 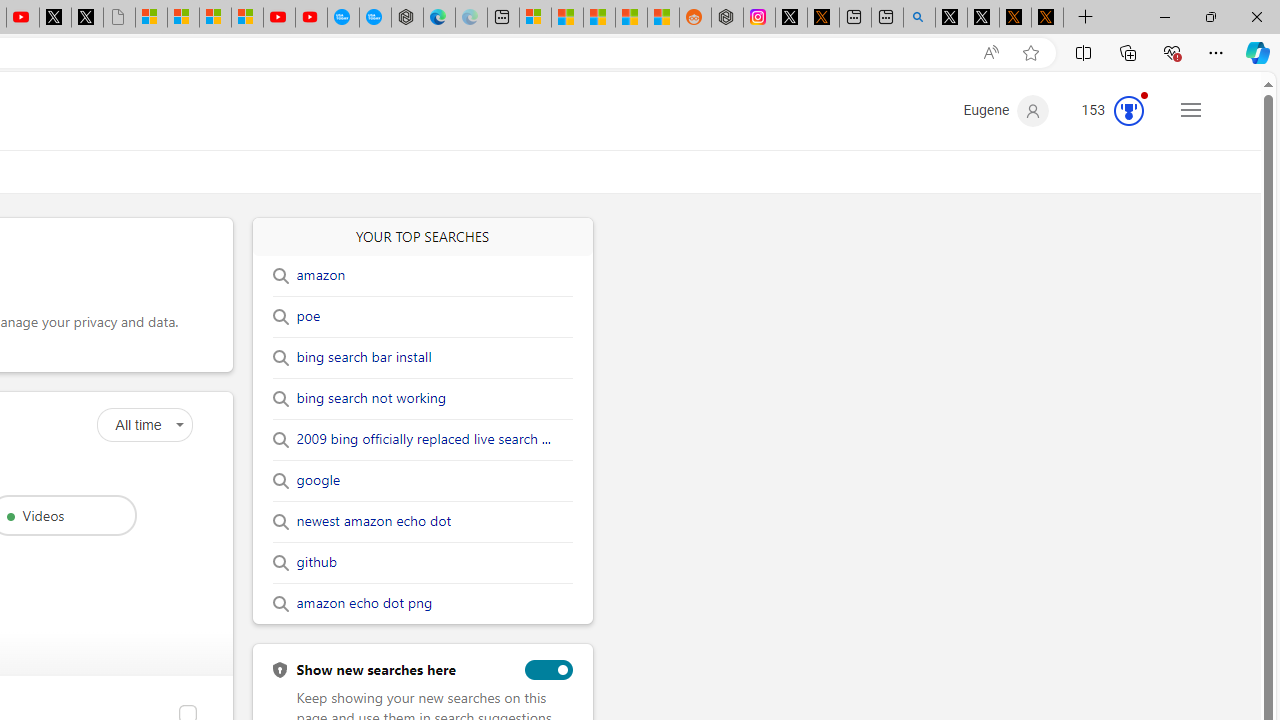 I want to click on 'Selected time filter is All time', so click(x=143, y=424).